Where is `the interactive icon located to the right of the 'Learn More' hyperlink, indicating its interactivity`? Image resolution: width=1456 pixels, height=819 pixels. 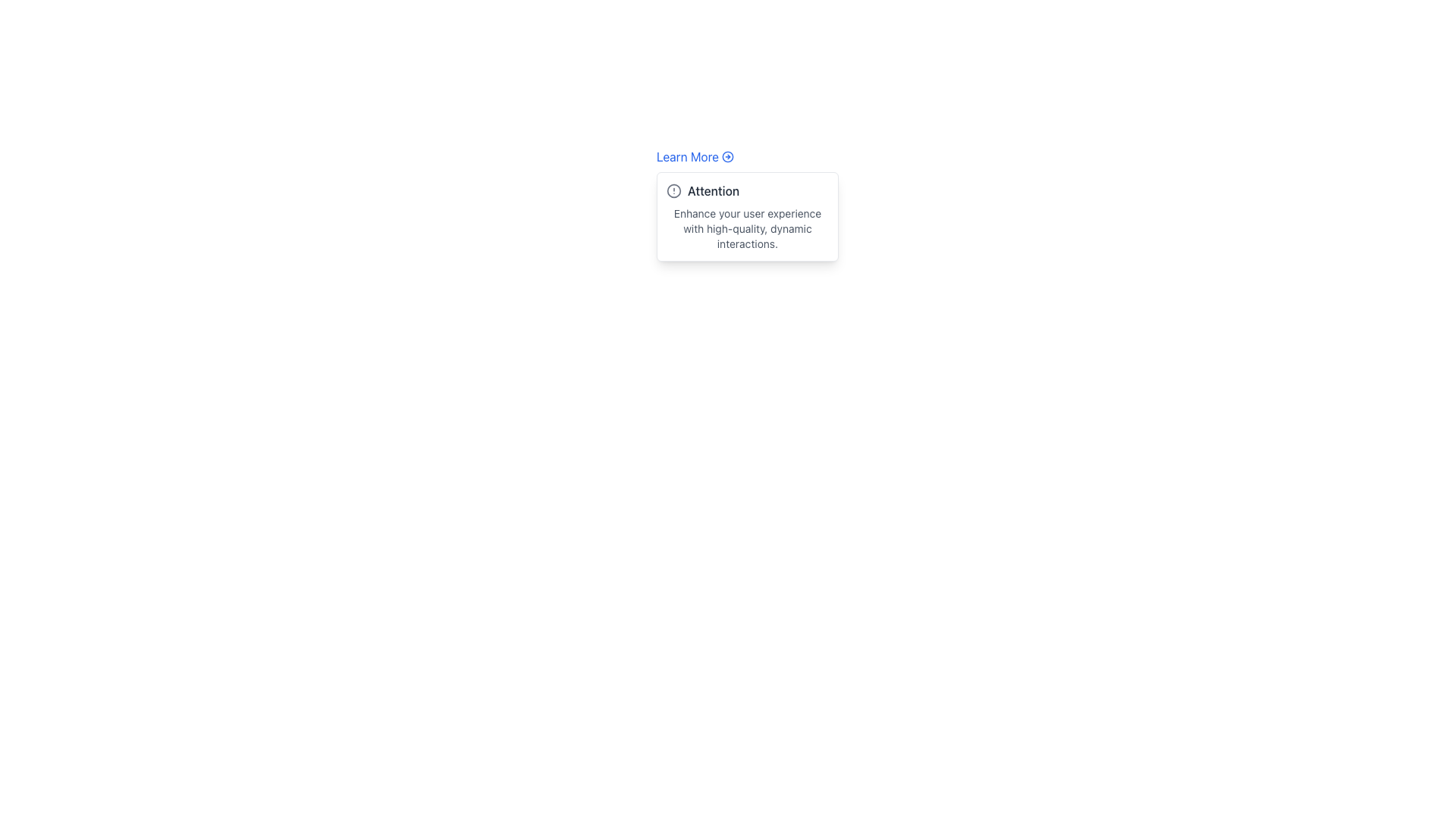
the interactive icon located to the right of the 'Learn More' hyperlink, indicating its interactivity is located at coordinates (728, 157).